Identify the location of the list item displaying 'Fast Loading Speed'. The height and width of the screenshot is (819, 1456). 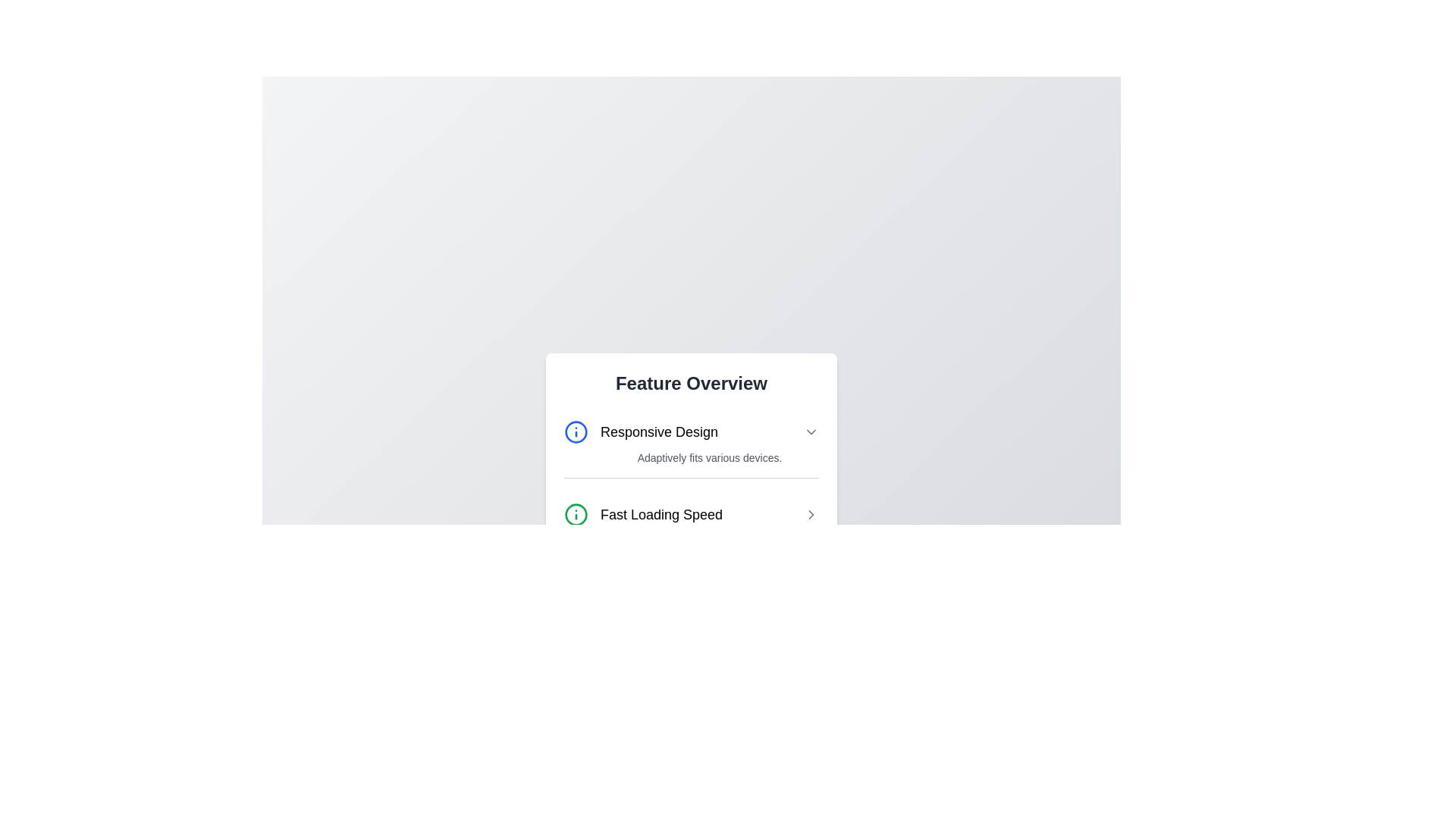
(691, 513).